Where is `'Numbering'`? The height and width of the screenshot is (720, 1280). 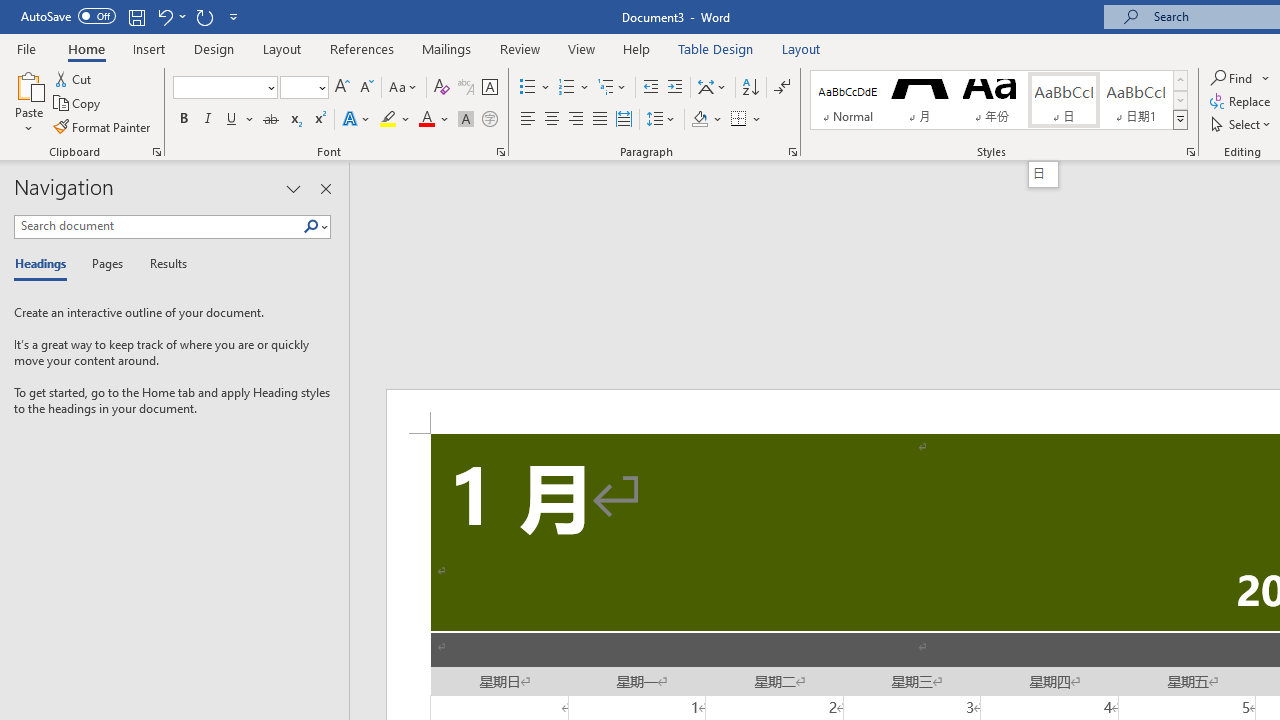
'Numbering' is located at coordinates (573, 86).